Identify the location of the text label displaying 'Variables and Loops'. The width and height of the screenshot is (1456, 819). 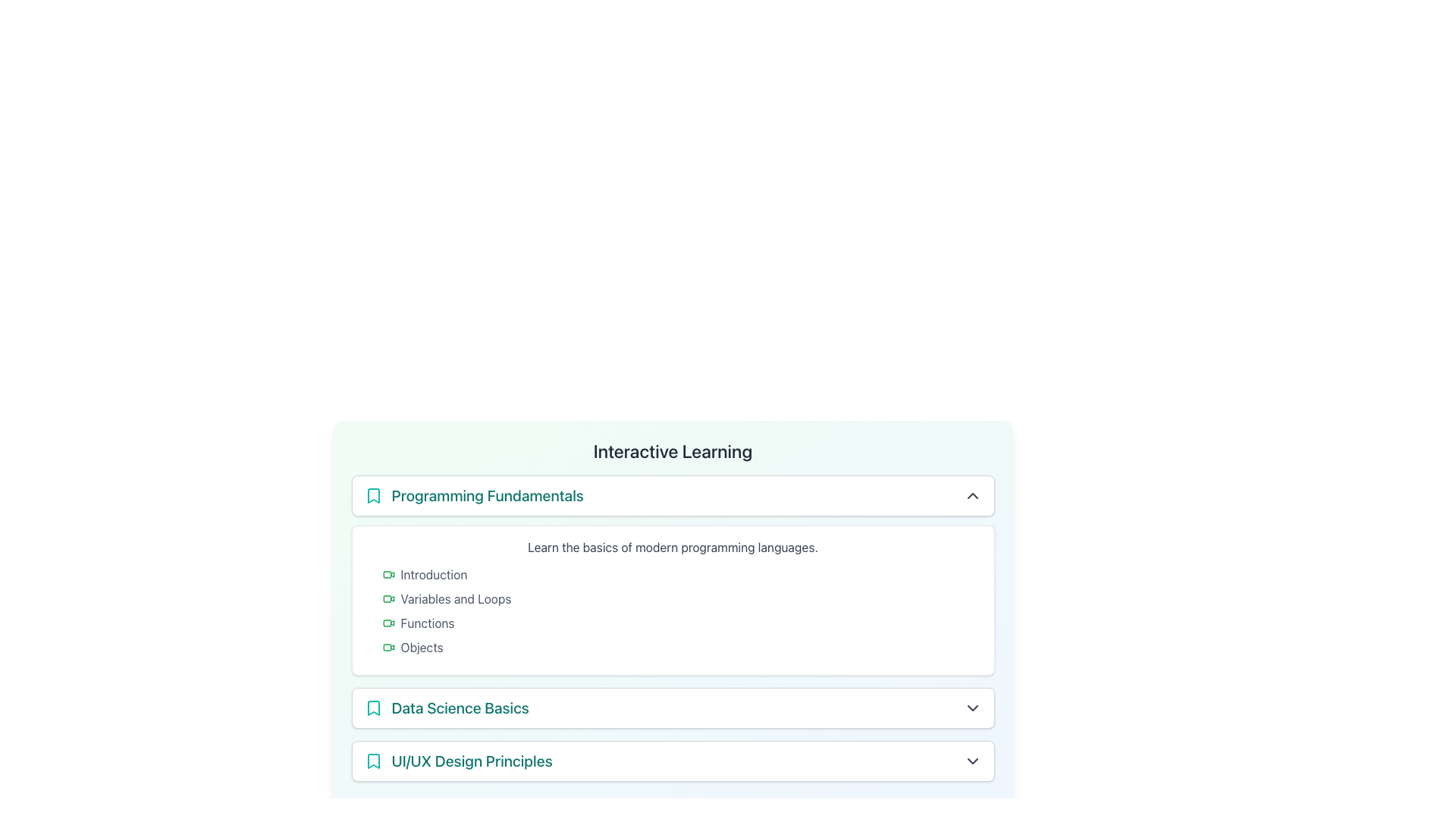
(455, 598).